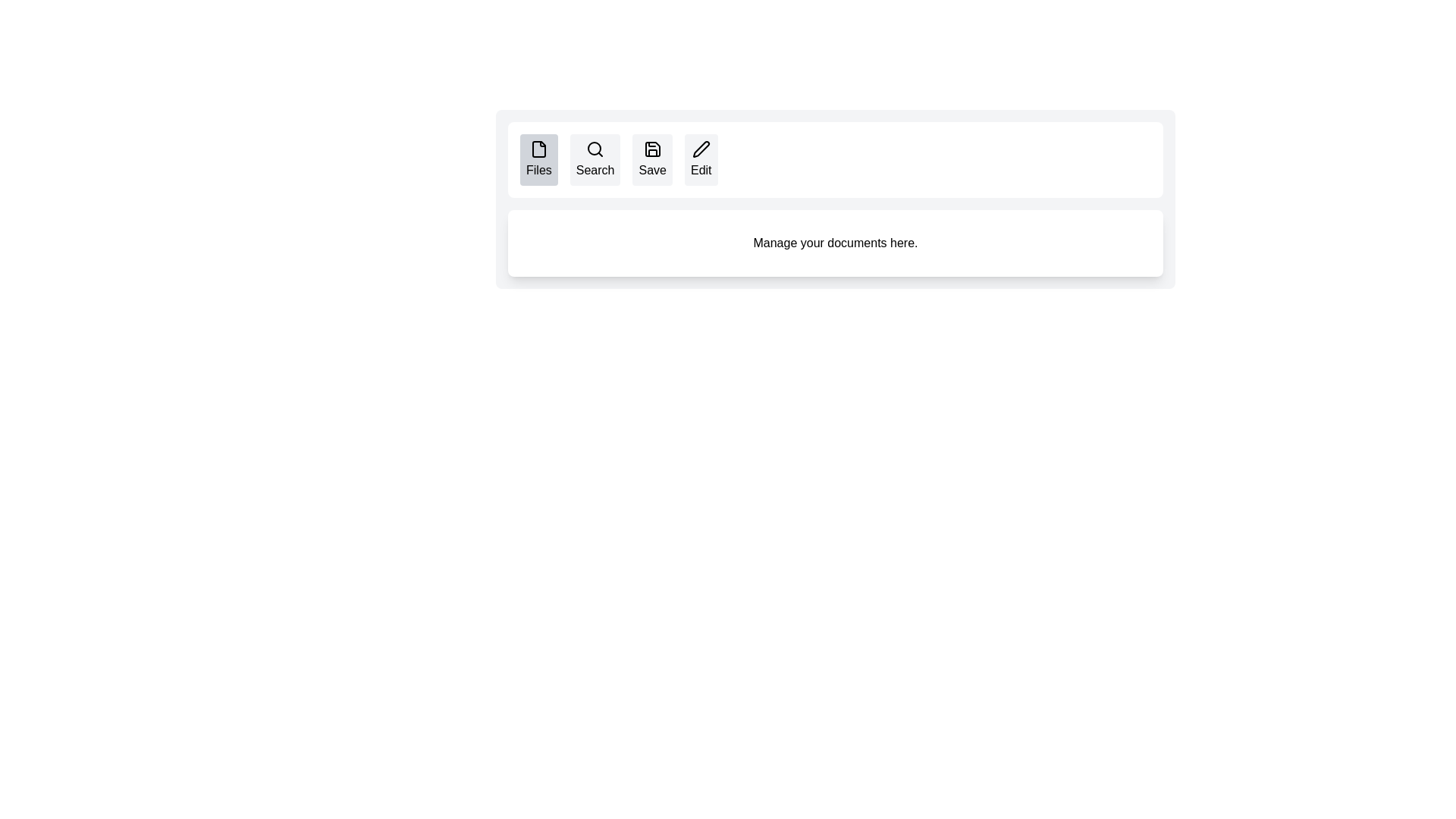 This screenshot has height=819, width=1456. I want to click on the tab labeled Search, so click(595, 160).